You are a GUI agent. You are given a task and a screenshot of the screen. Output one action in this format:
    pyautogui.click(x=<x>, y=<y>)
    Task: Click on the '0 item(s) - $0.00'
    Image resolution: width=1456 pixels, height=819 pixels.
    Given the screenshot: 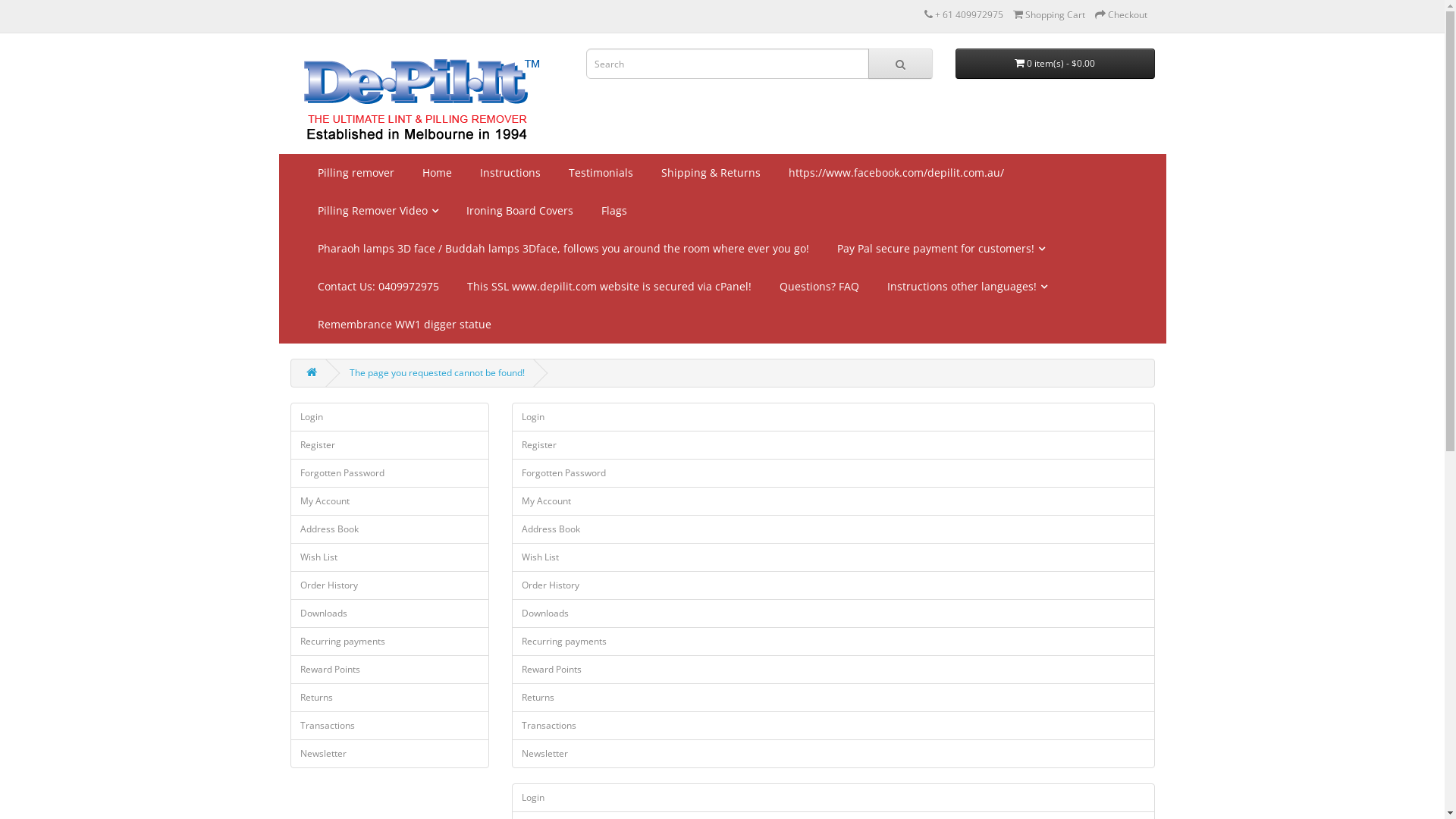 What is the action you would take?
    pyautogui.click(x=1054, y=63)
    